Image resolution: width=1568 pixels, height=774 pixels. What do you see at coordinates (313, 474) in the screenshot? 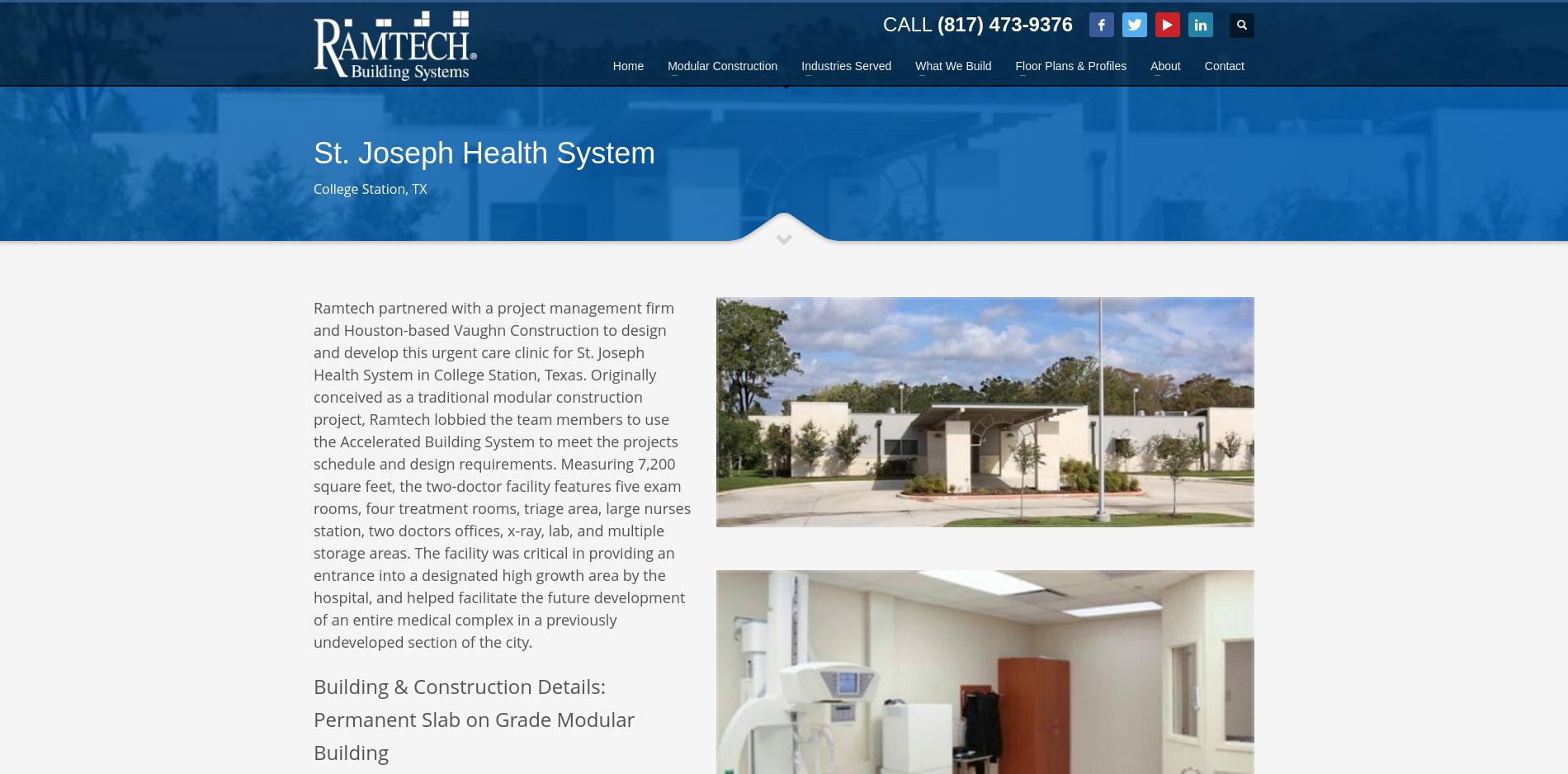
I see `'Ramtech partnered with a project management firm and Houston-based Vaughn Construction to design and develop this urgent care clinic for St. Joseph Health System in College Station, Texas. Originally conceived as a traditional modular construction project, Ramtech lobbied the team members to use the Accelerated Building System to meet the projects schedule and design requirements. Measuring 7,200 square feet, the two-doctor facility features five exam rooms, four treatment rooms, triage area, large nurses station, two doctors offices, x-ray, lab, and multiple storage areas. The facility was critical in providing an entrance into a designated high growth area by the hospital, and helped facilitate the future development of an entire medical complex in a previously undeveloped section of the city.'` at bounding box center [313, 474].